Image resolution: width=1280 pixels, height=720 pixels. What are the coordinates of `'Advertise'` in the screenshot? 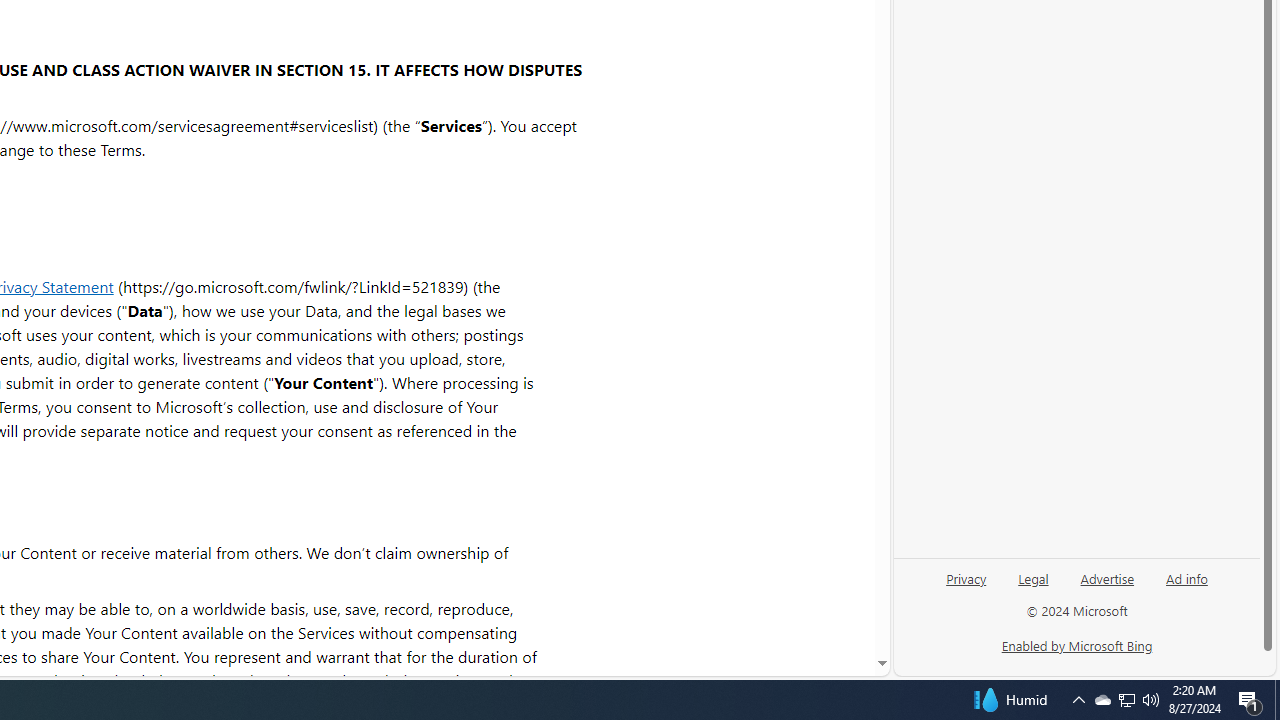 It's located at (1106, 585).